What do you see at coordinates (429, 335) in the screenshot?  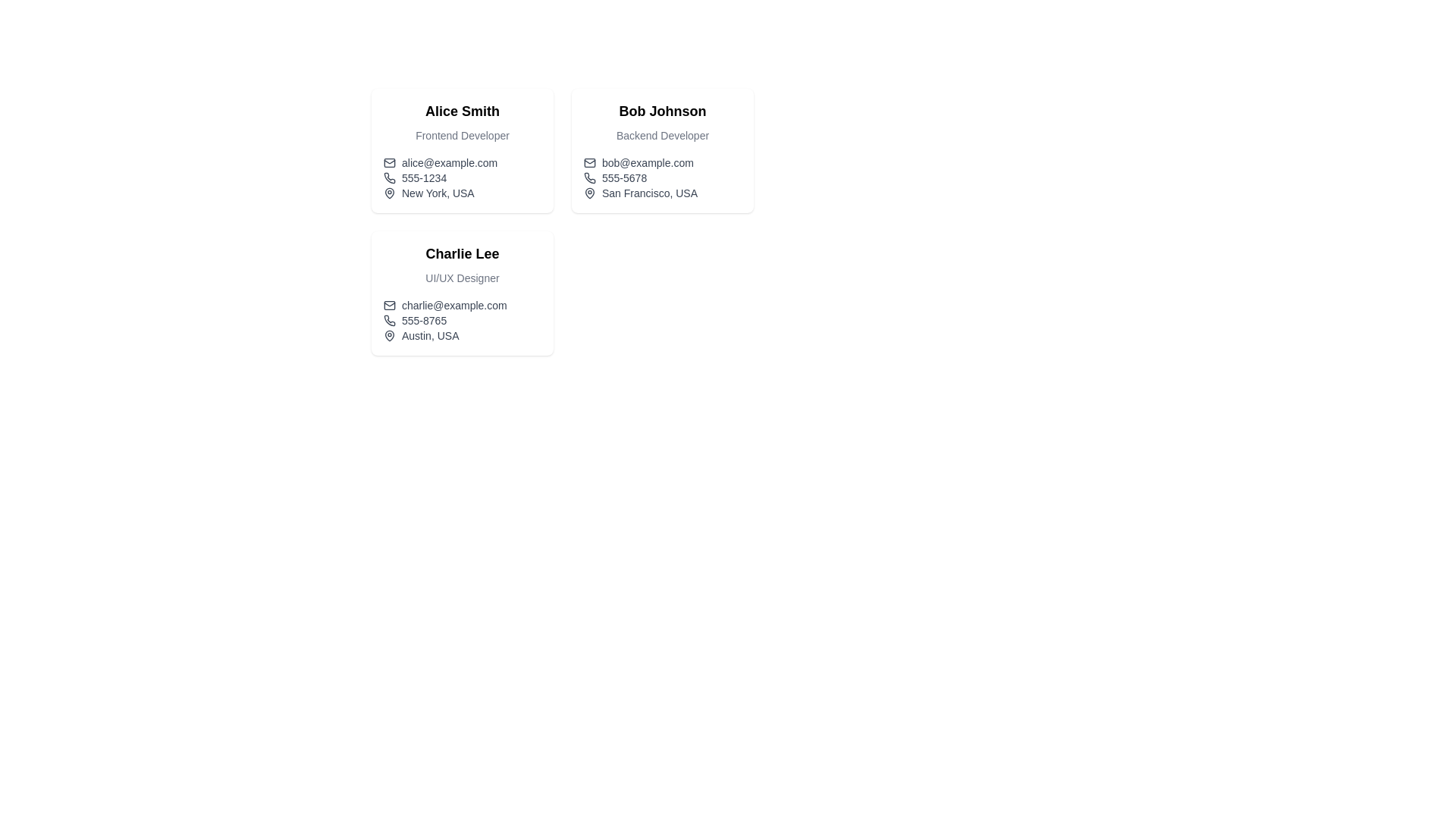 I see `the text label displaying the location information for 'Charlie Lee' in the third card of the profile` at bounding box center [429, 335].